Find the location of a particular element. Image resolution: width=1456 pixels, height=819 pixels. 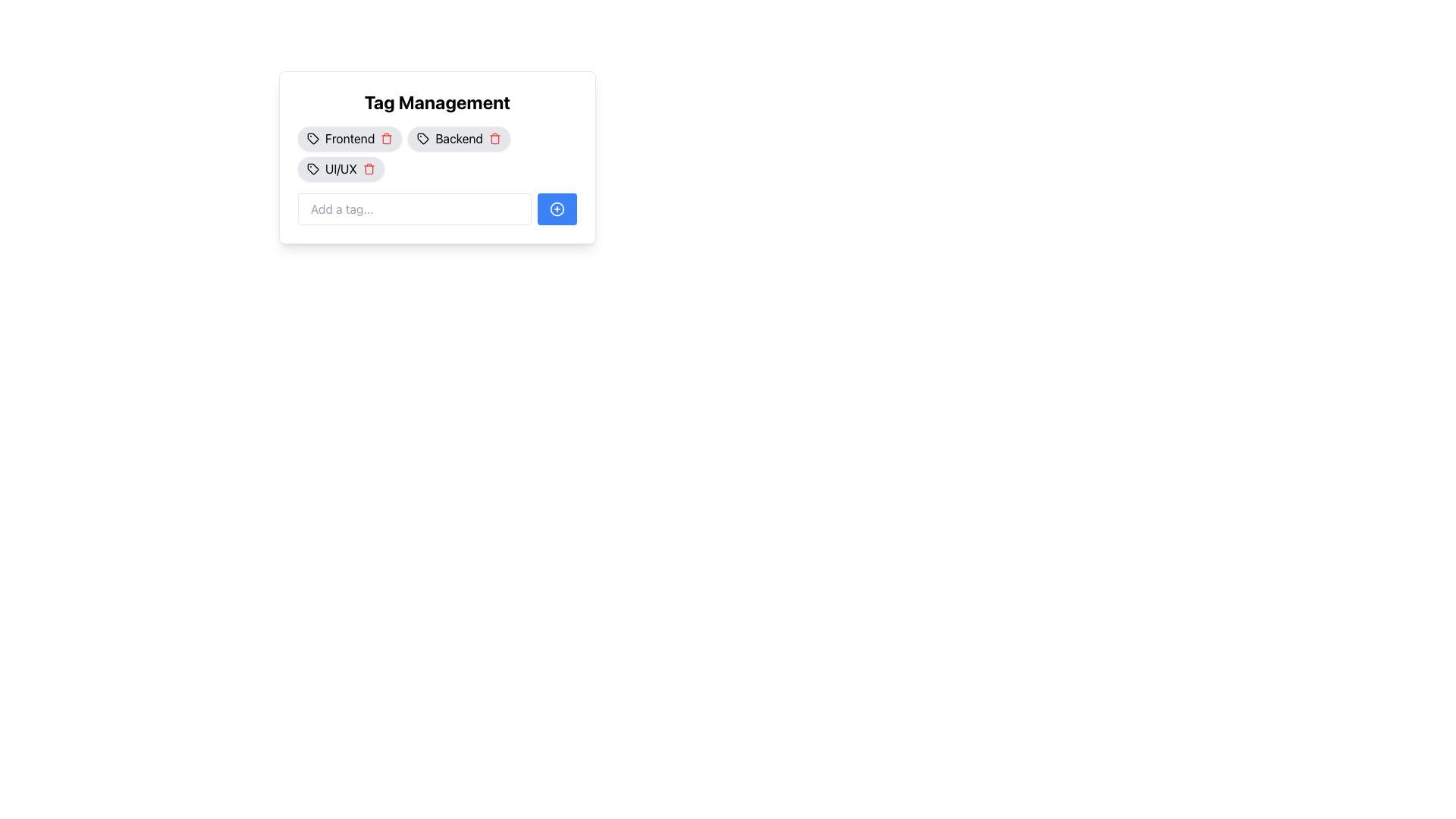

the red delete icon on the Tag component labeled 'UI/UX' is located at coordinates (340, 169).